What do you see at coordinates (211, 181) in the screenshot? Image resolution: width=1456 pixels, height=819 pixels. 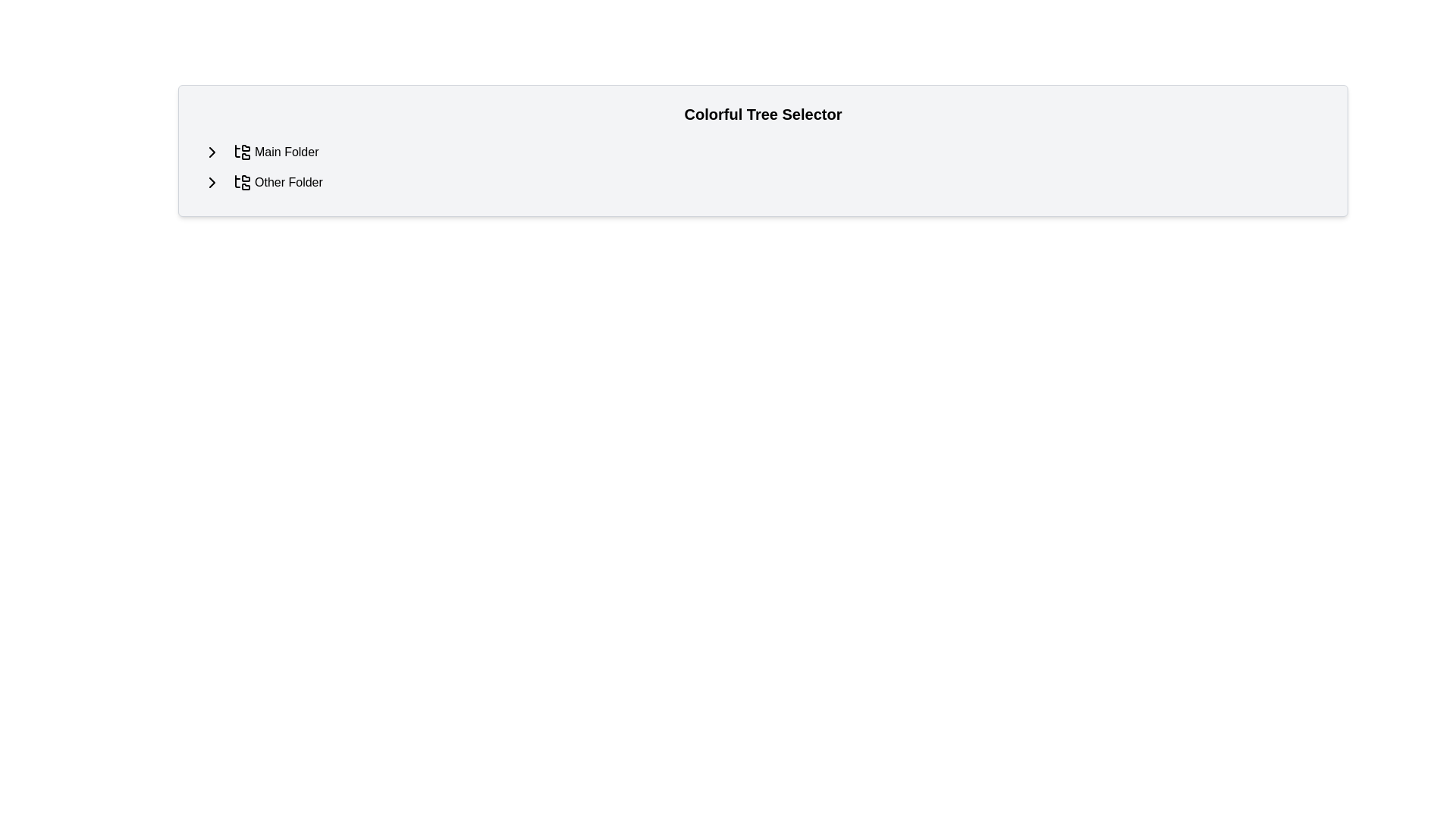 I see `the right-pointing arrow icon button, which is located to the left of the 'Other Folder' text in the folder tree list` at bounding box center [211, 181].